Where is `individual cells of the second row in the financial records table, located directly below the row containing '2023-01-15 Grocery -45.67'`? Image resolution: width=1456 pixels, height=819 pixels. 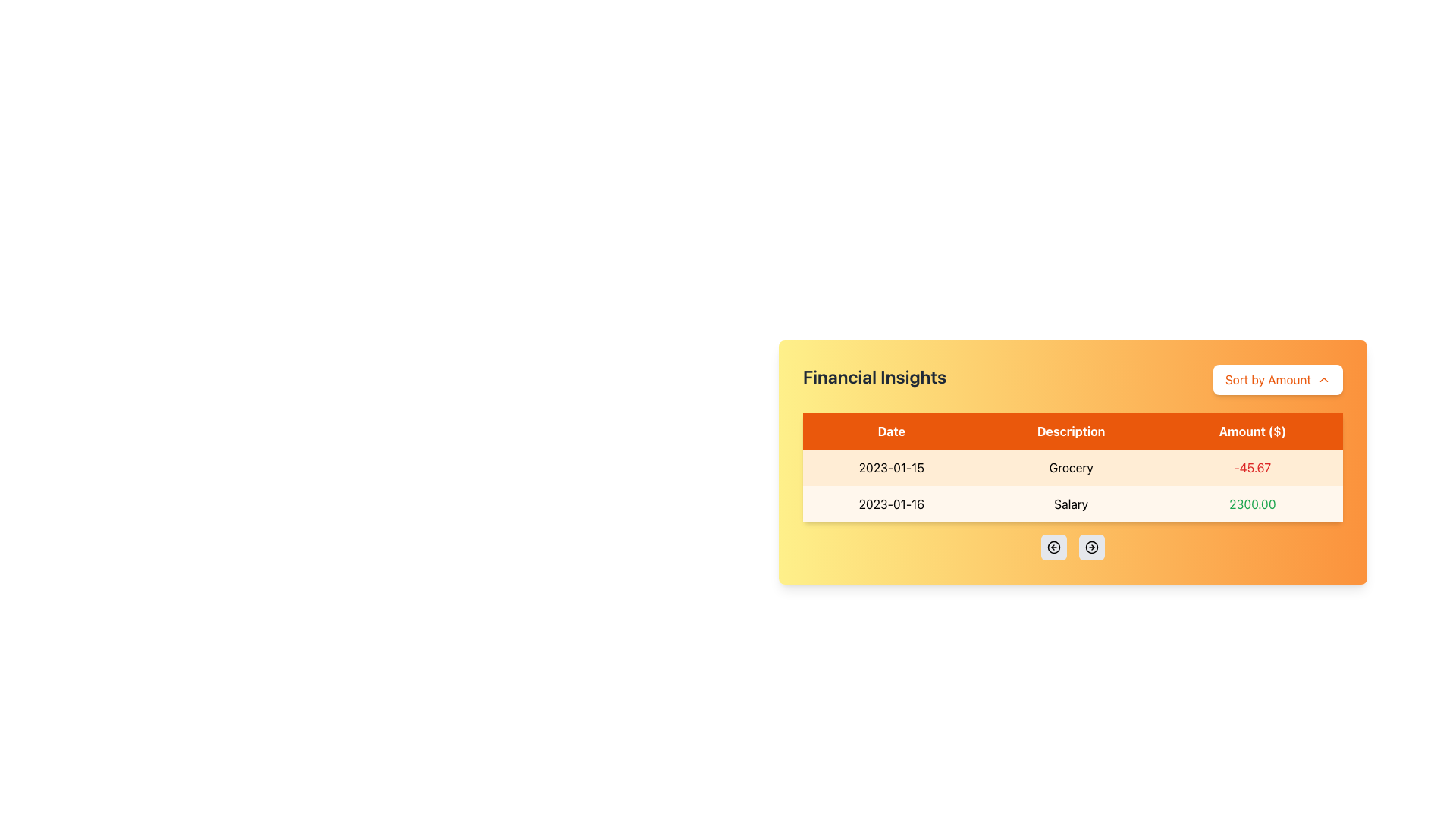 individual cells of the second row in the financial records table, located directly below the row containing '2023-01-15 Grocery -45.67' is located at coordinates (1072, 504).